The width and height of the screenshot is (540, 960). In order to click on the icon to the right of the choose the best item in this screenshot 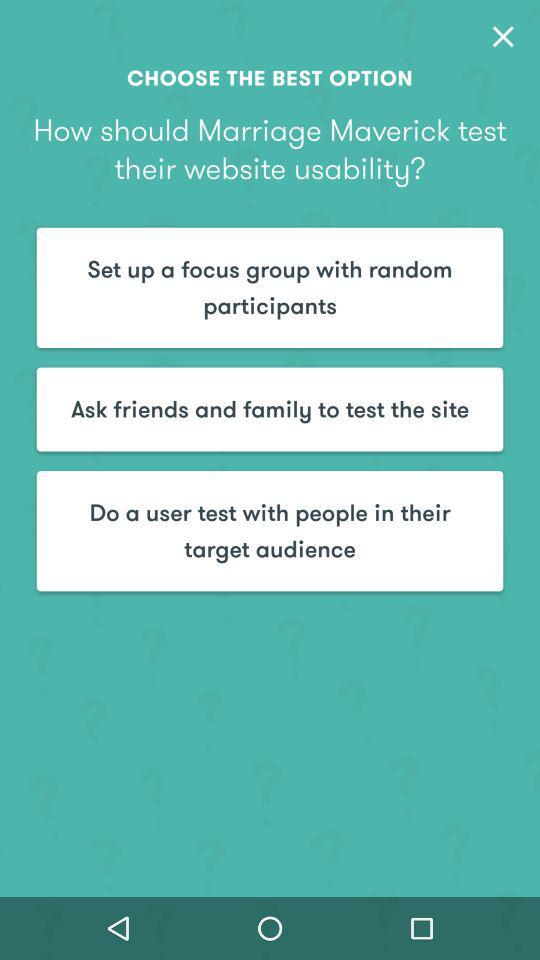, I will do `click(502, 35)`.